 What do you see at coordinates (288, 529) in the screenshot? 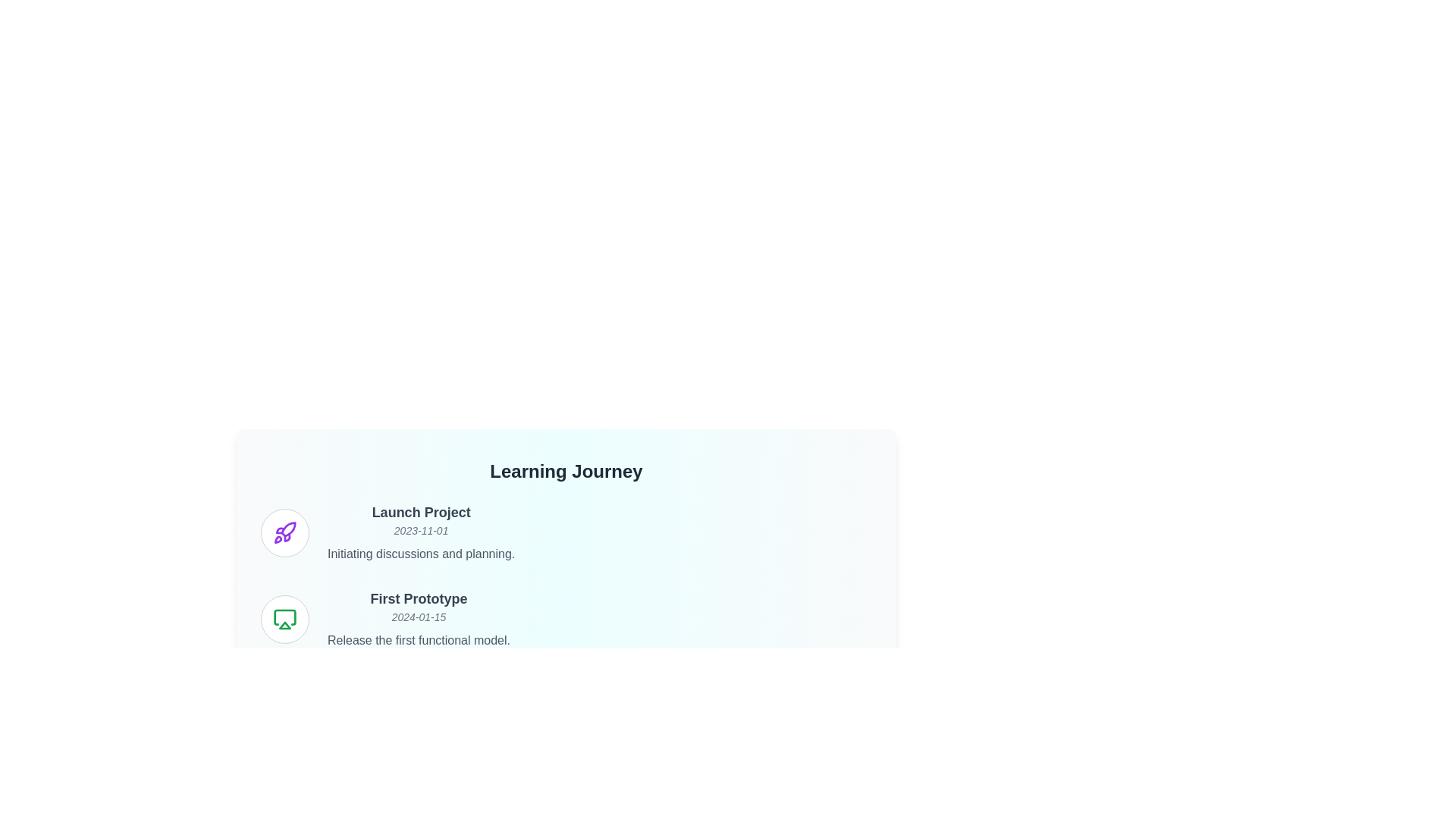
I see `the purple outline of the rocket's main body, which is part of the stylized rocket icon located to the left of the 'Launch Project' text` at bounding box center [288, 529].